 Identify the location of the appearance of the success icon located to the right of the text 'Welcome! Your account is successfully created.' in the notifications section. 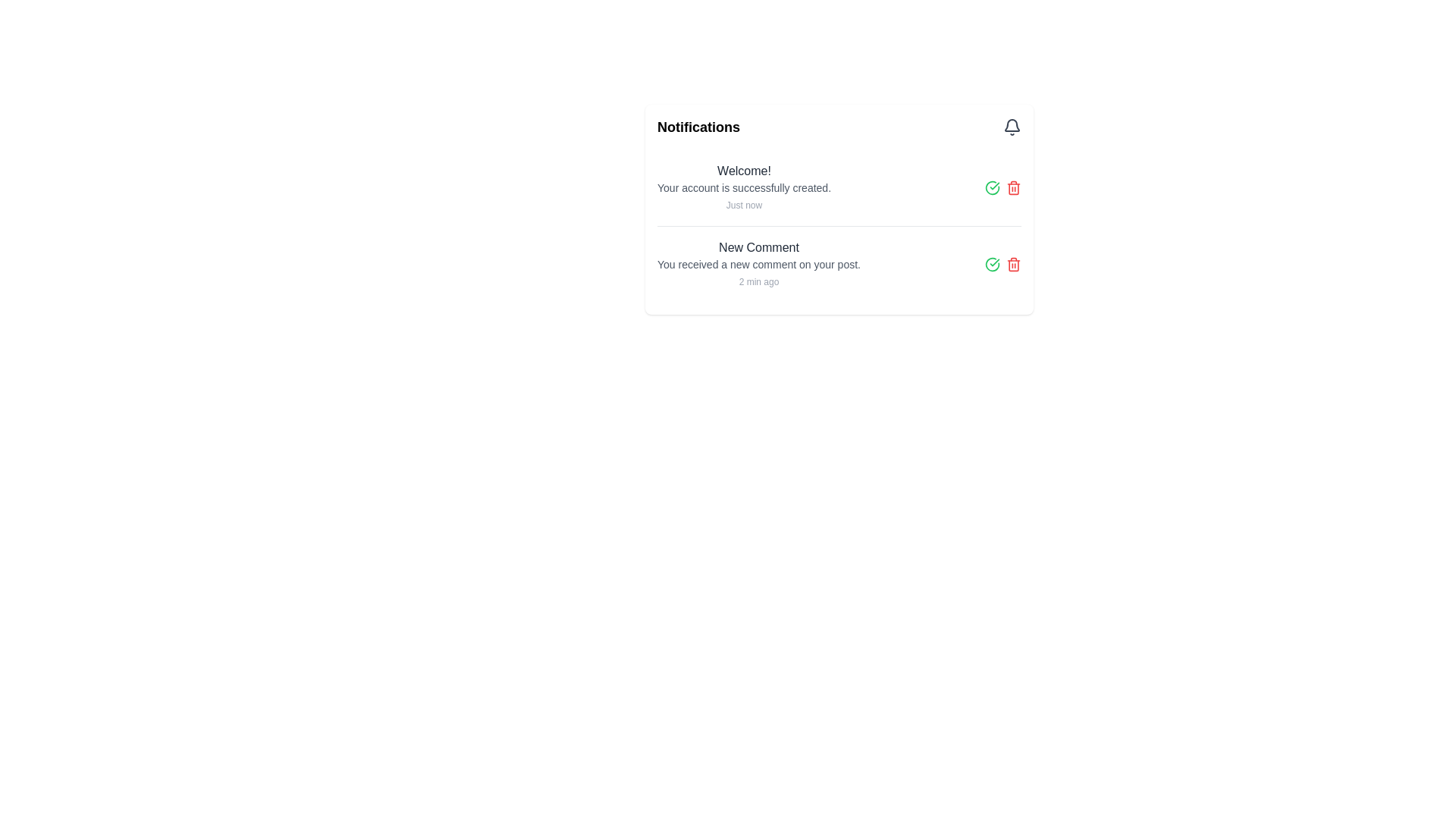
(993, 263).